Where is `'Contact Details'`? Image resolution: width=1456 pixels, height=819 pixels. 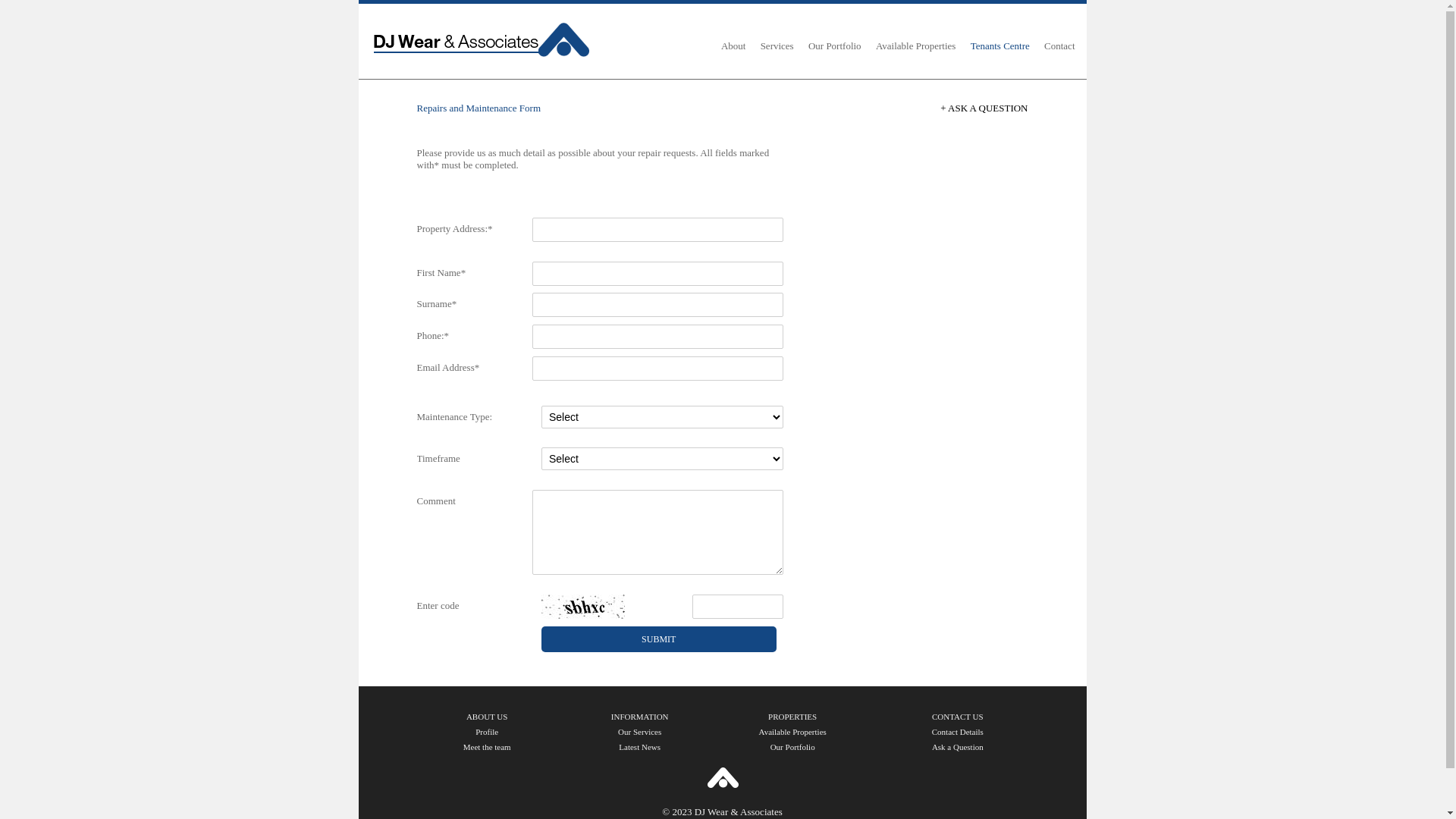
'Contact Details' is located at coordinates (956, 730).